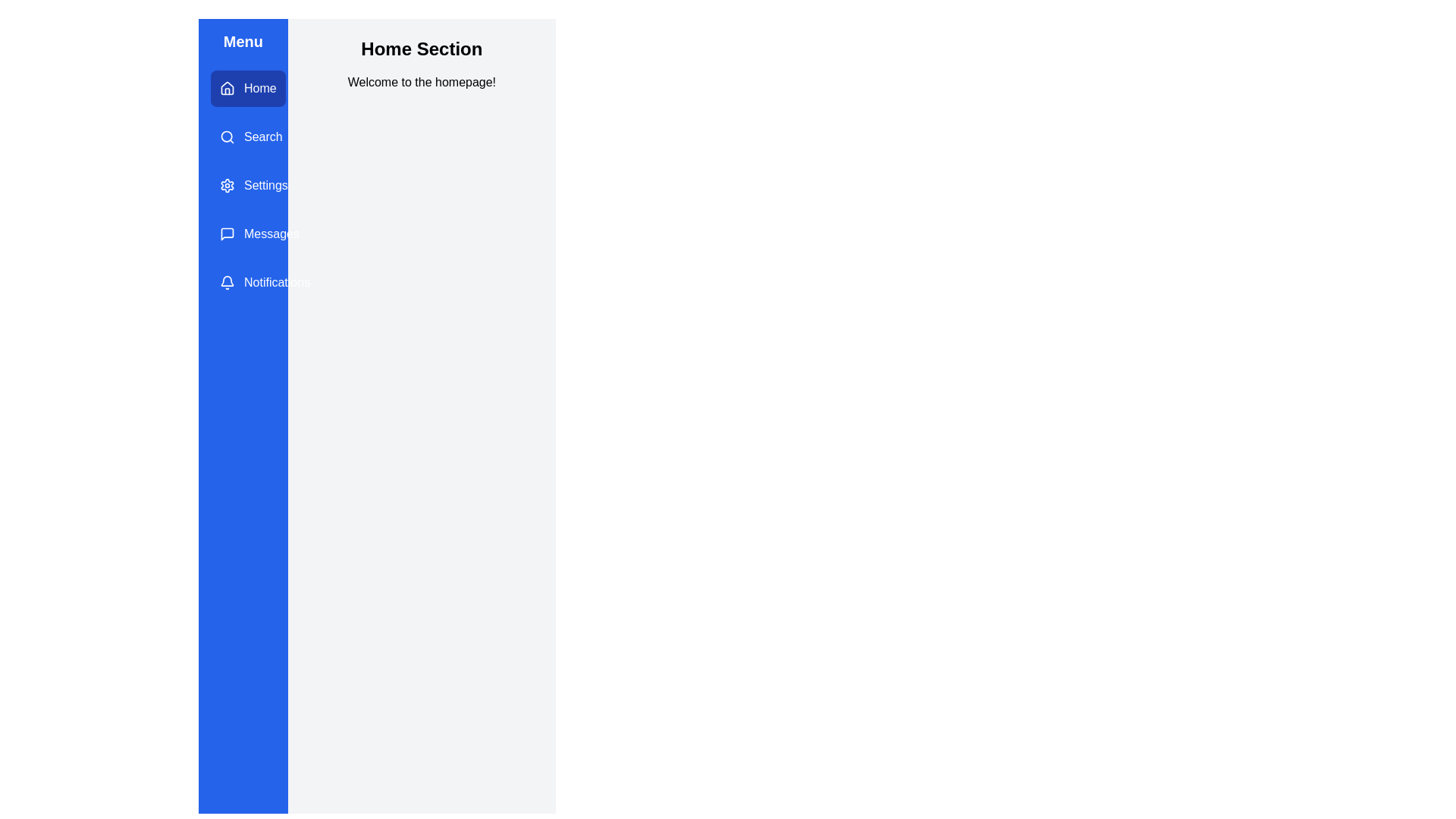 This screenshot has width=1456, height=819. Describe the element at coordinates (226, 283) in the screenshot. I see `the bell icon located in the sidebar menu` at that location.